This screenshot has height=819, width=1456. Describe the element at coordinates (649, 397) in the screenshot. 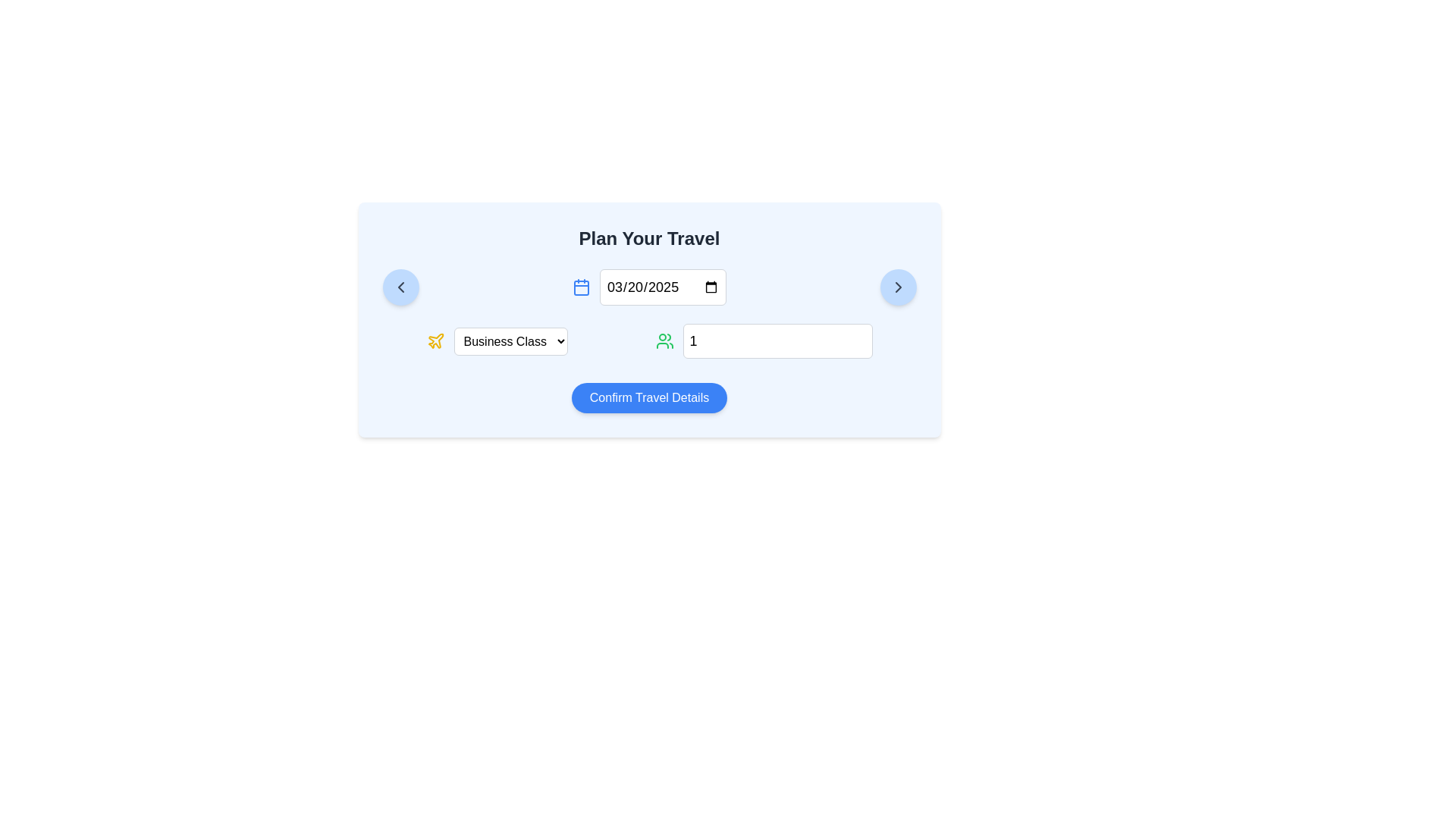

I see `the 'Confirm Travel Details' button, which has a blue background and white text, located at the bottom of the 'Plan Your Travel' section` at that location.